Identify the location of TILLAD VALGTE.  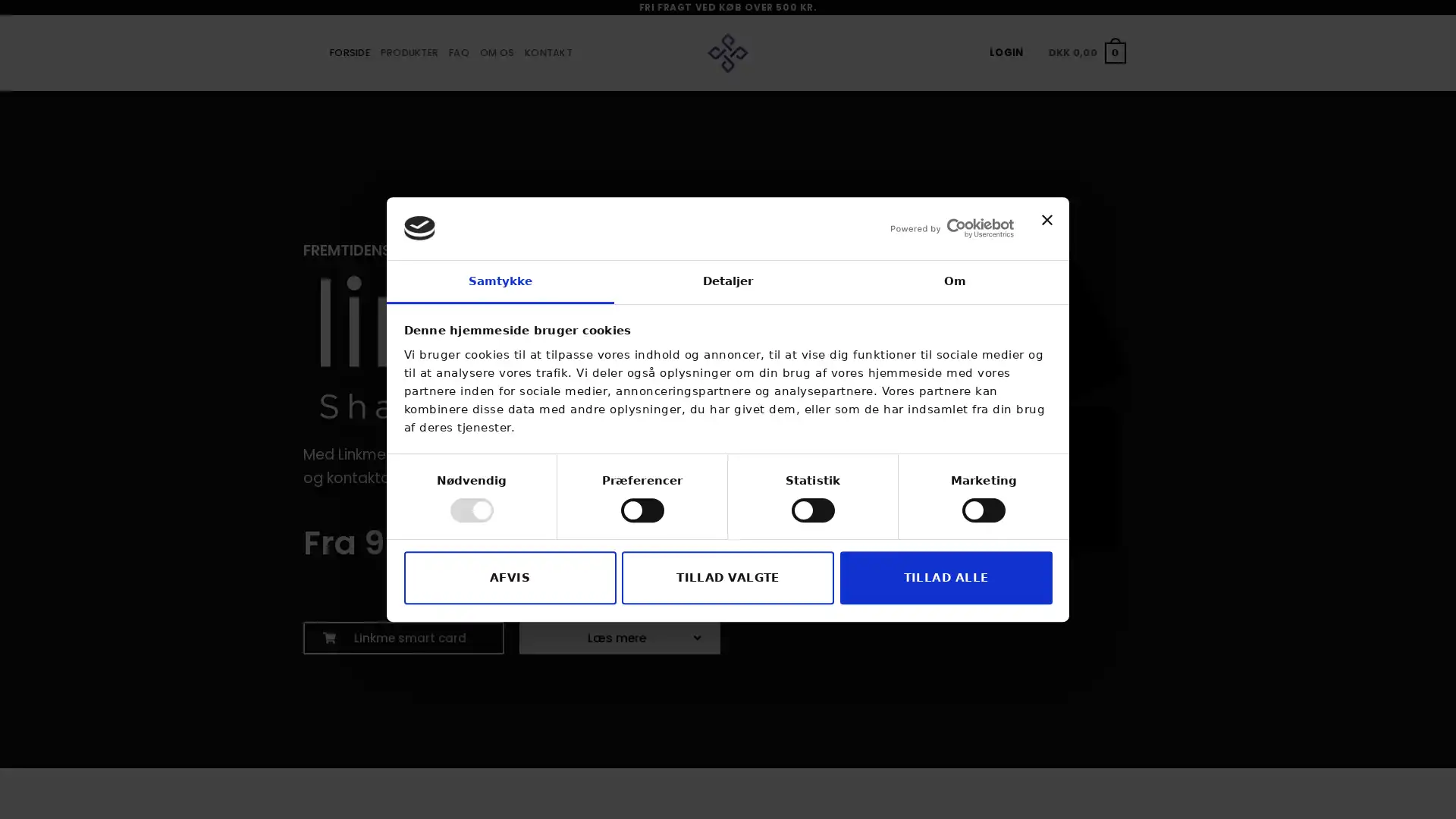
(728, 578).